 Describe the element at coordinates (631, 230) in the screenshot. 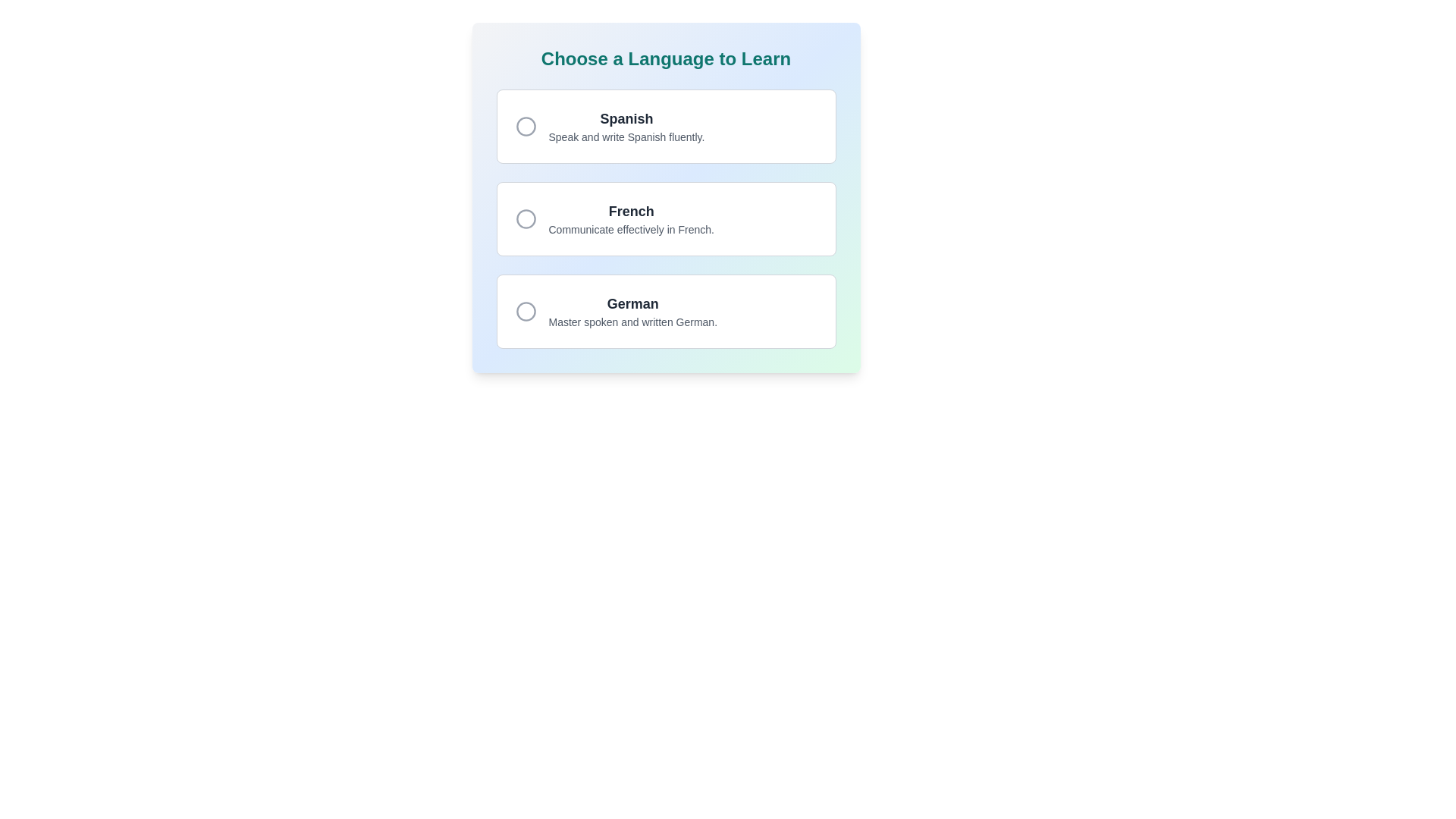

I see `information displayed in the text element showing the phrase 'Communicate effectively in French.' which is styled with a small font size and gray color, located below the bold title 'French' within a selectable card` at that location.